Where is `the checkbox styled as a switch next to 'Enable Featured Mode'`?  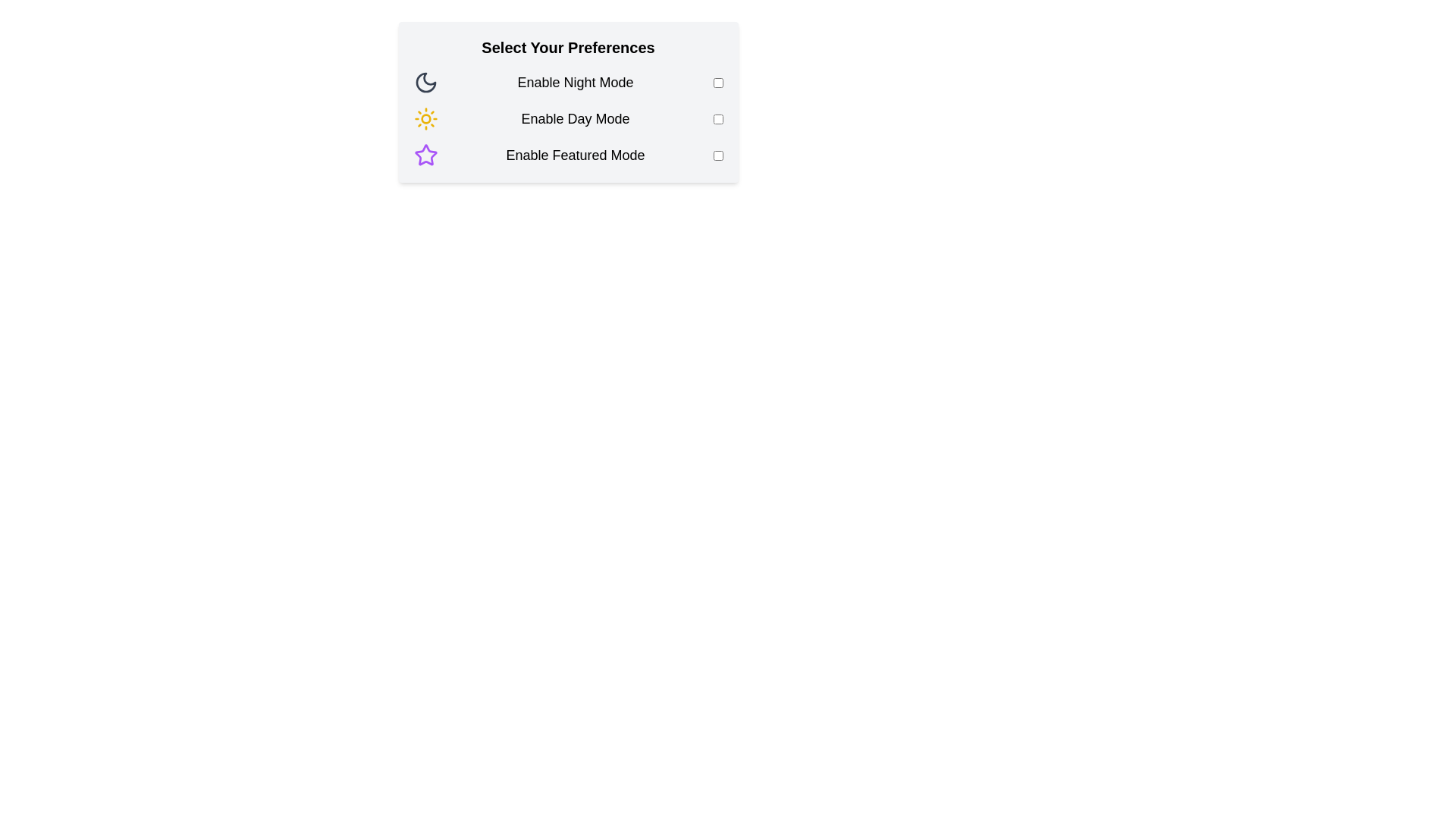 the checkbox styled as a switch next to 'Enable Featured Mode' is located at coordinates (717, 155).